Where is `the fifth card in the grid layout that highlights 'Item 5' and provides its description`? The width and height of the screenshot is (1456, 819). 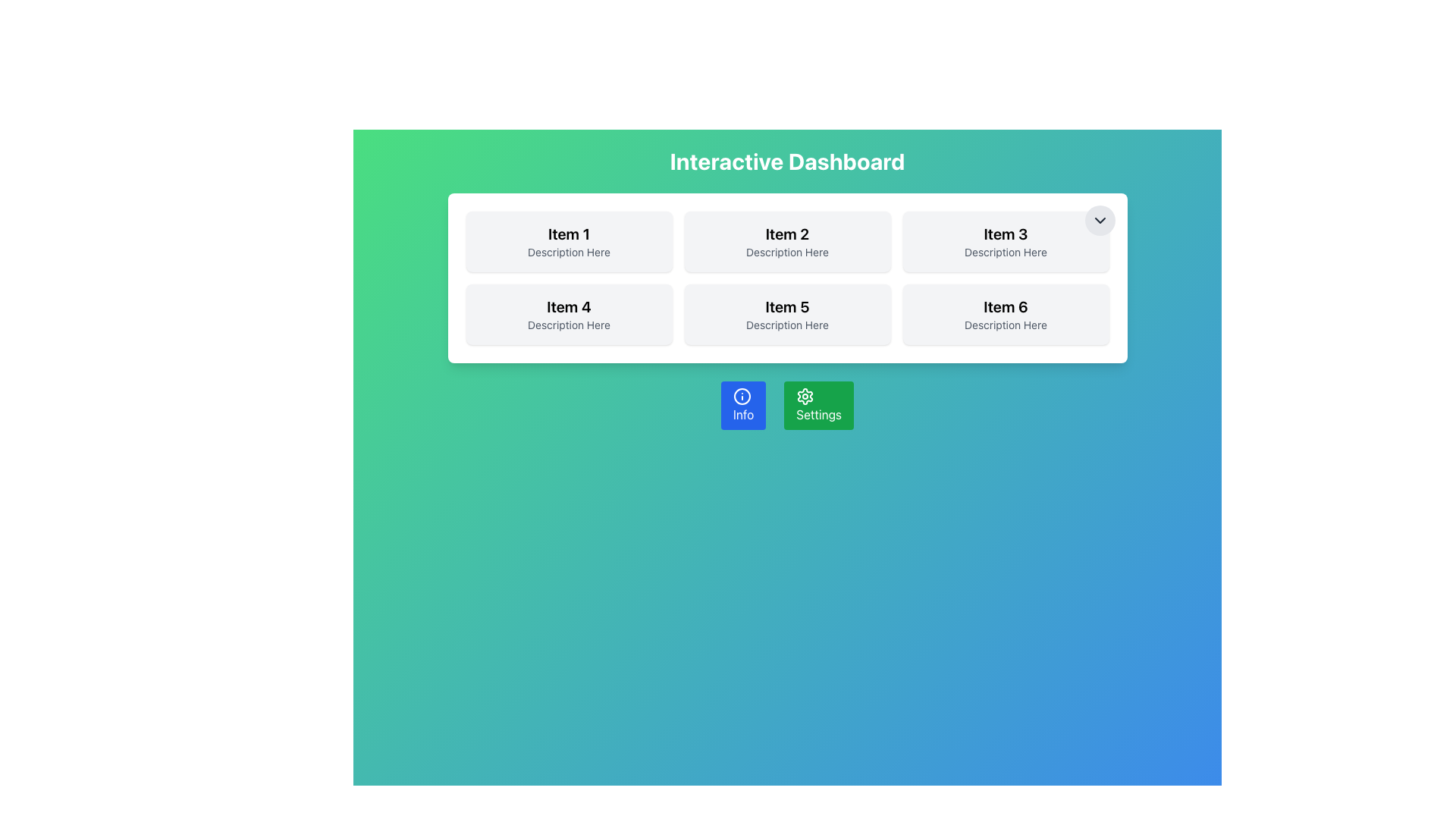
the fifth card in the grid layout that highlights 'Item 5' and provides its description is located at coordinates (787, 314).